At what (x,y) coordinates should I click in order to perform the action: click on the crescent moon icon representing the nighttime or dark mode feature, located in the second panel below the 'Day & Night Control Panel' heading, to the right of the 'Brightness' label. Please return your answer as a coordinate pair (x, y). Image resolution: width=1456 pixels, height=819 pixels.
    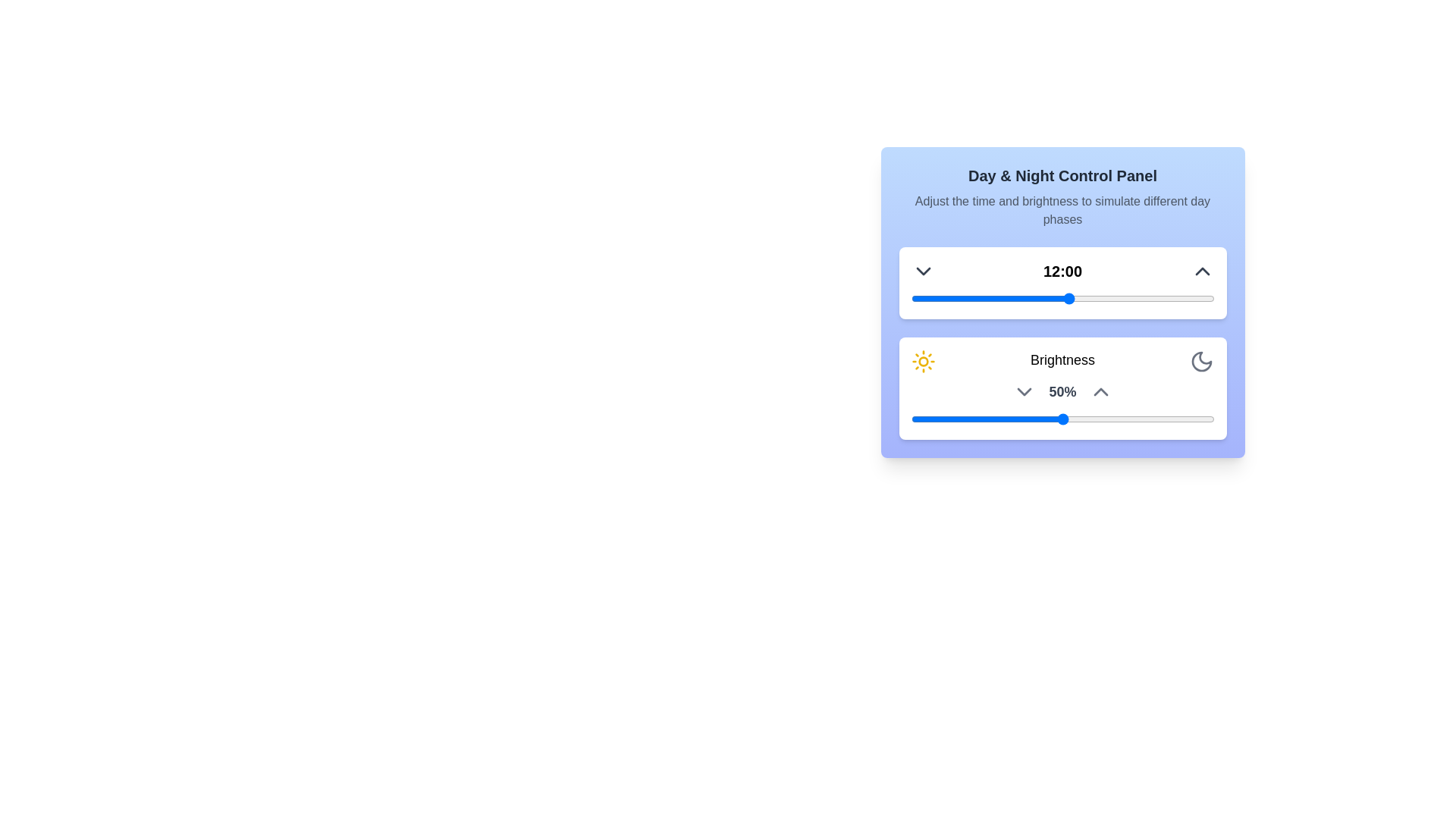
    Looking at the image, I should click on (1201, 362).